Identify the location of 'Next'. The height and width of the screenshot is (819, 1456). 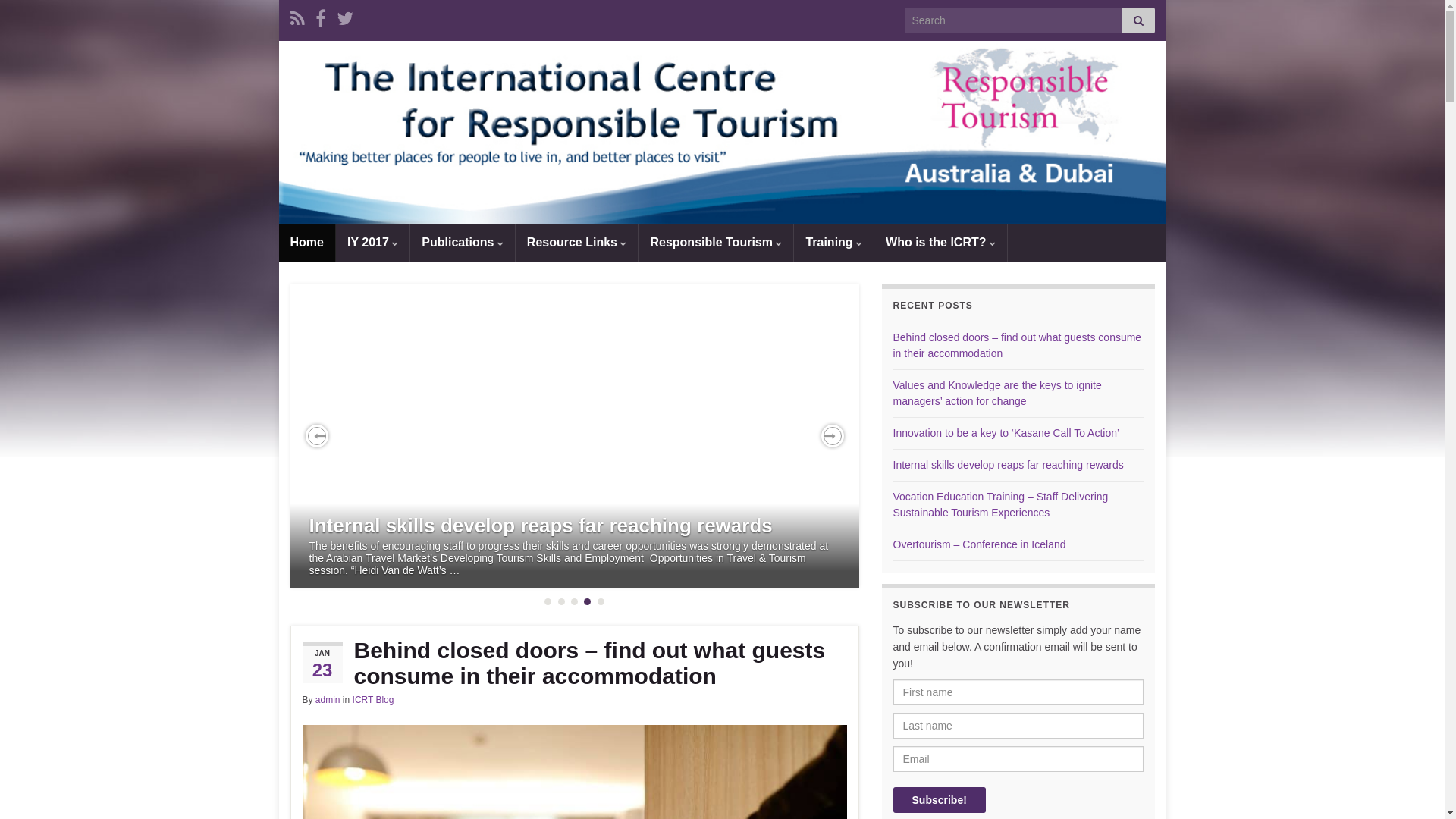
(831, 435).